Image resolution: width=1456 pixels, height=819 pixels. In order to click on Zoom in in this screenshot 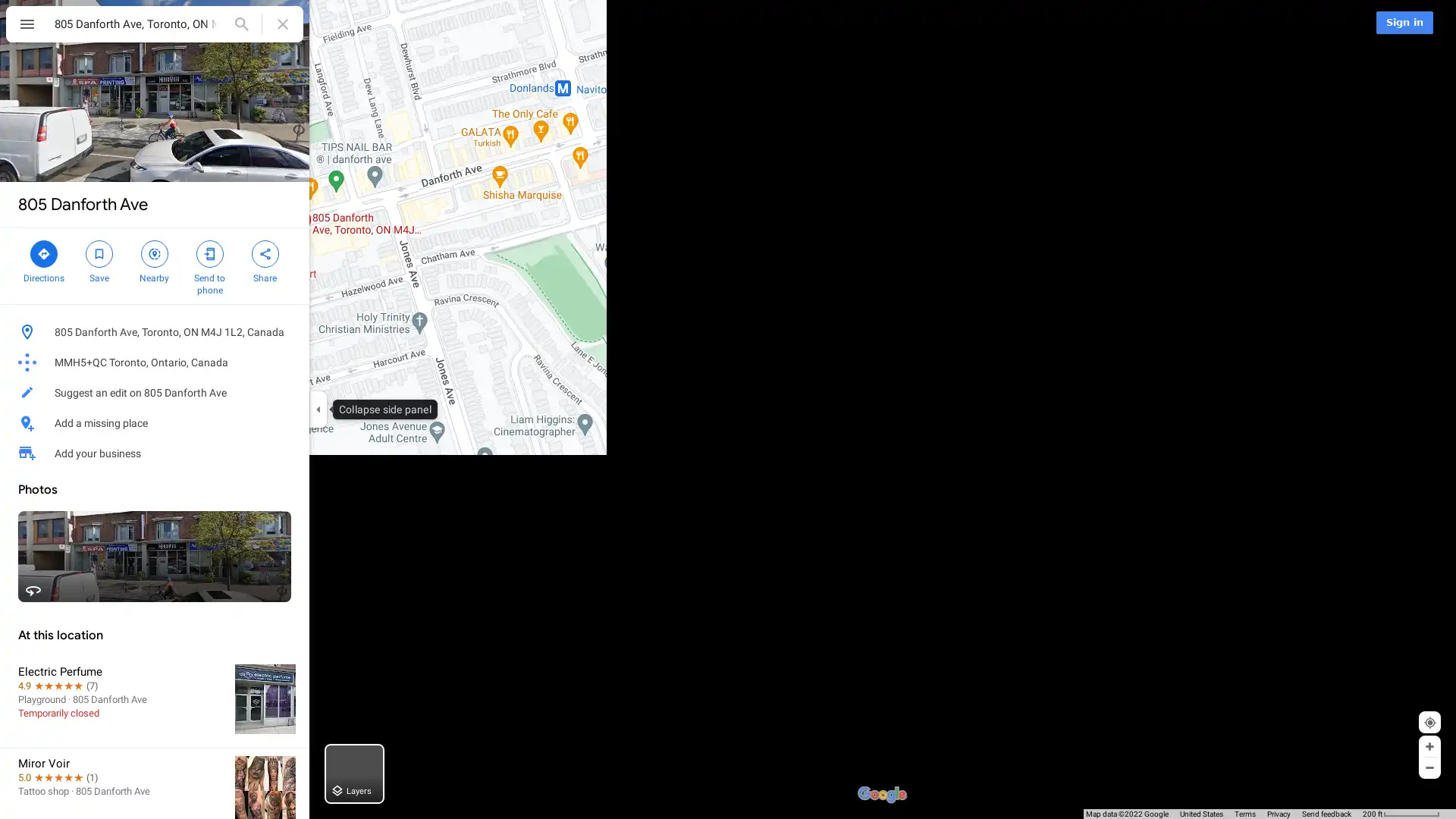, I will do `click(1429, 745)`.